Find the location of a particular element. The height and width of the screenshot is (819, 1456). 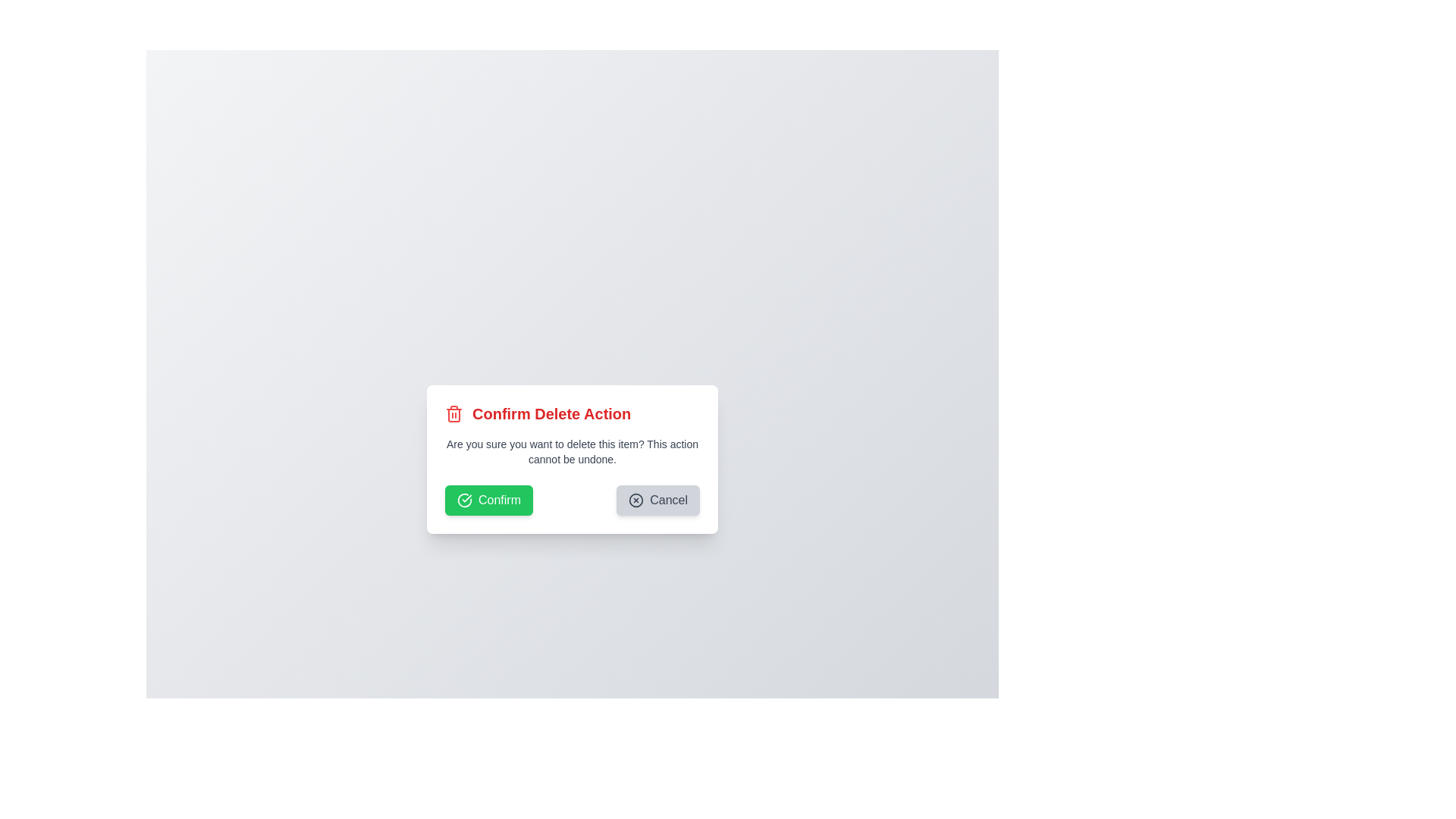

informative static text block warning the user about the consequences of proceeding with the deletion action, located below the 'Confirm Delete Action' heading and above the 'Confirm' and 'Cancel' buttons is located at coordinates (571, 451).